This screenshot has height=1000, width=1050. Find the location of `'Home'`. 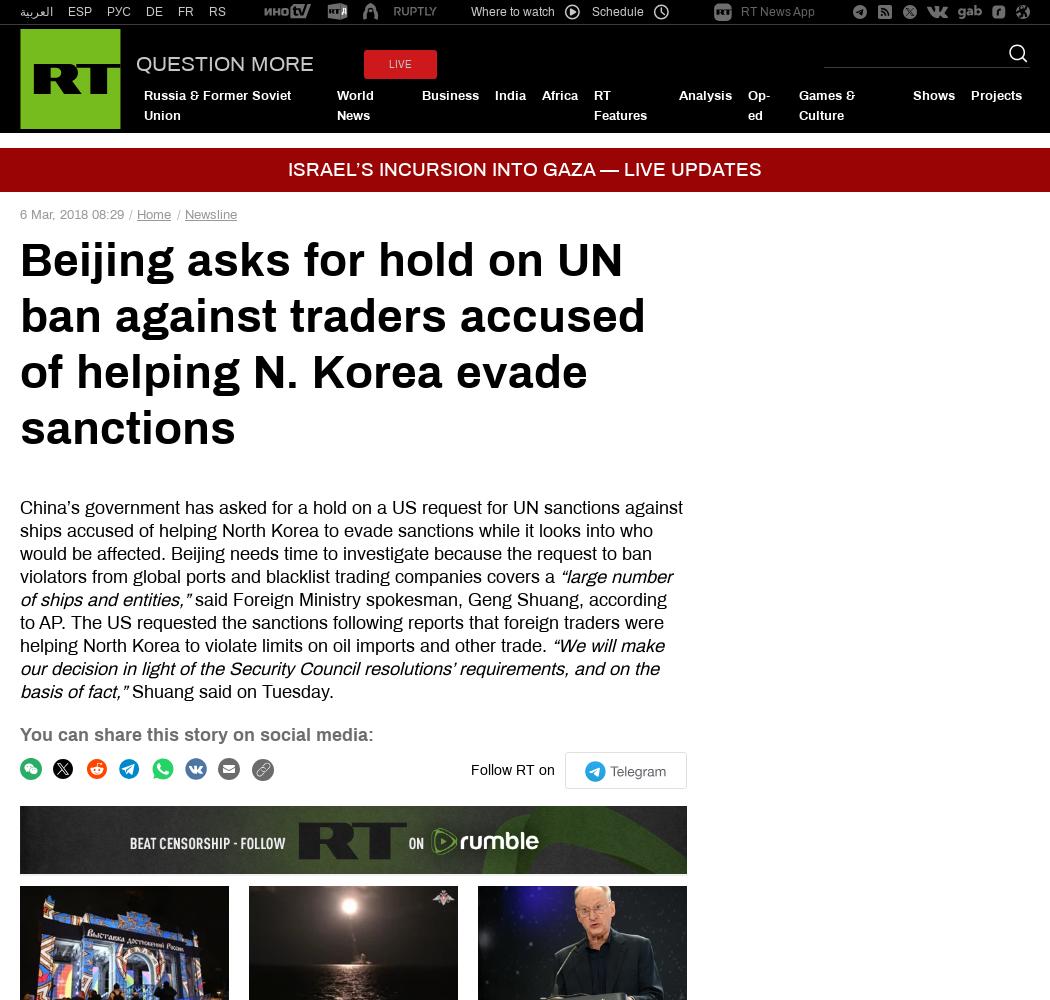

'Home' is located at coordinates (154, 213).